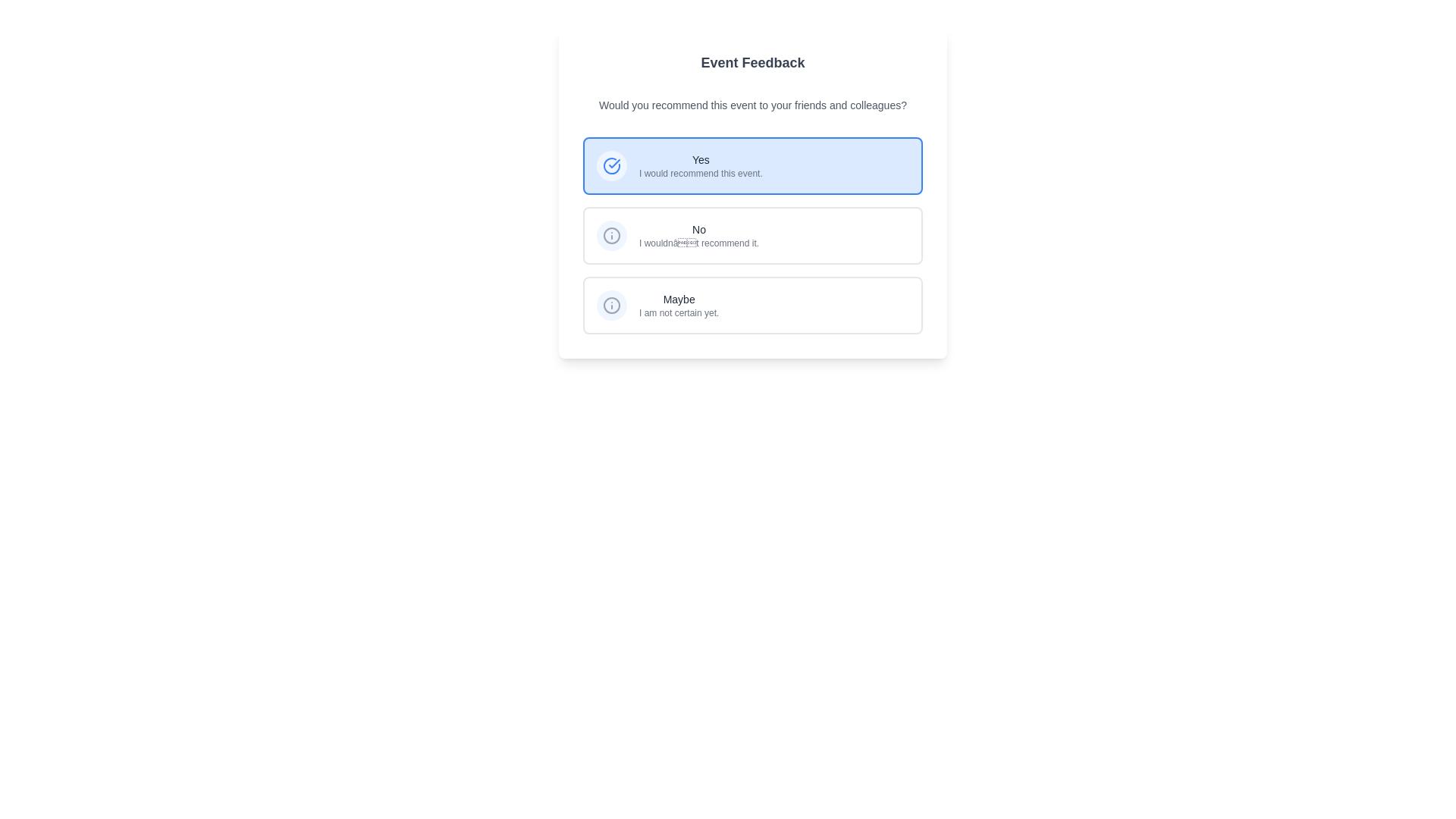 The image size is (1456, 819). I want to click on the blue circular icon with a checkmark, located in the left section of the 'Yes, I would recommend this event' option in the Event Feedback interface, so click(611, 166).